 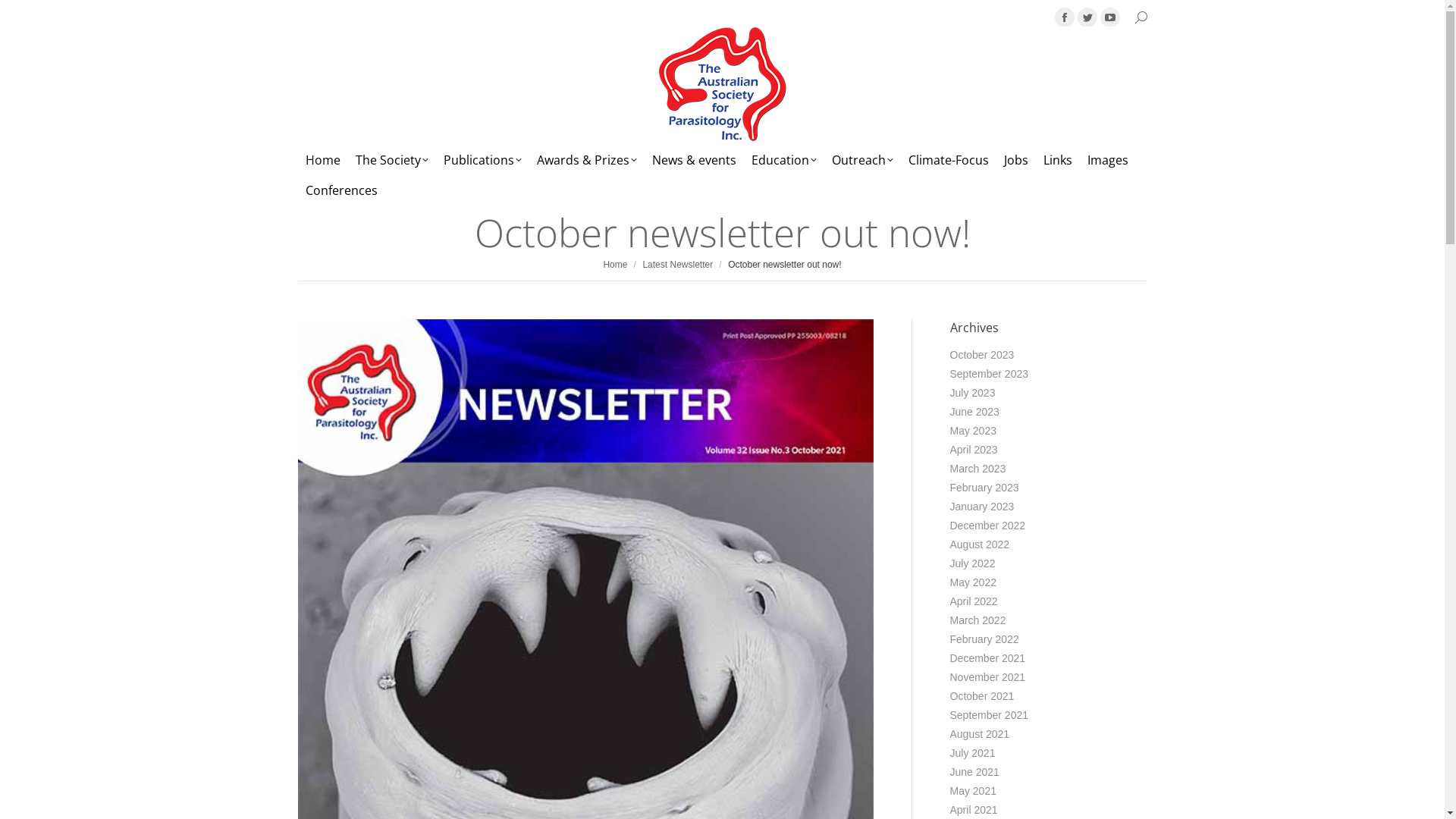 What do you see at coordinates (981, 696) in the screenshot?
I see `'October 2021'` at bounding box center [981, 696].